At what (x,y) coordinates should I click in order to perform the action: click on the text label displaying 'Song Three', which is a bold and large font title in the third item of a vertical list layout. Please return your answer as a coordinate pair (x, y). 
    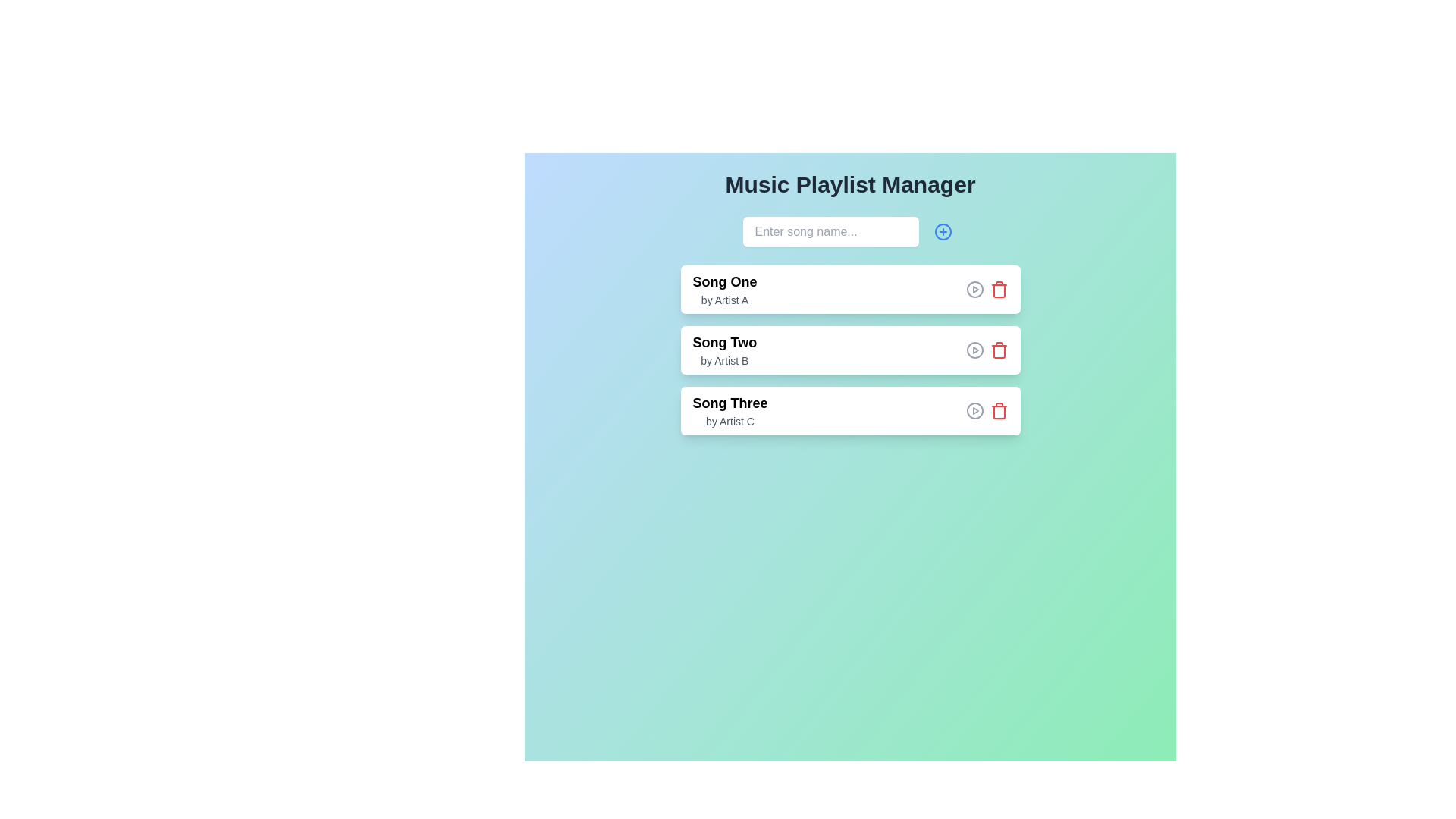
    Looking at the image, I should click on (730, 403).